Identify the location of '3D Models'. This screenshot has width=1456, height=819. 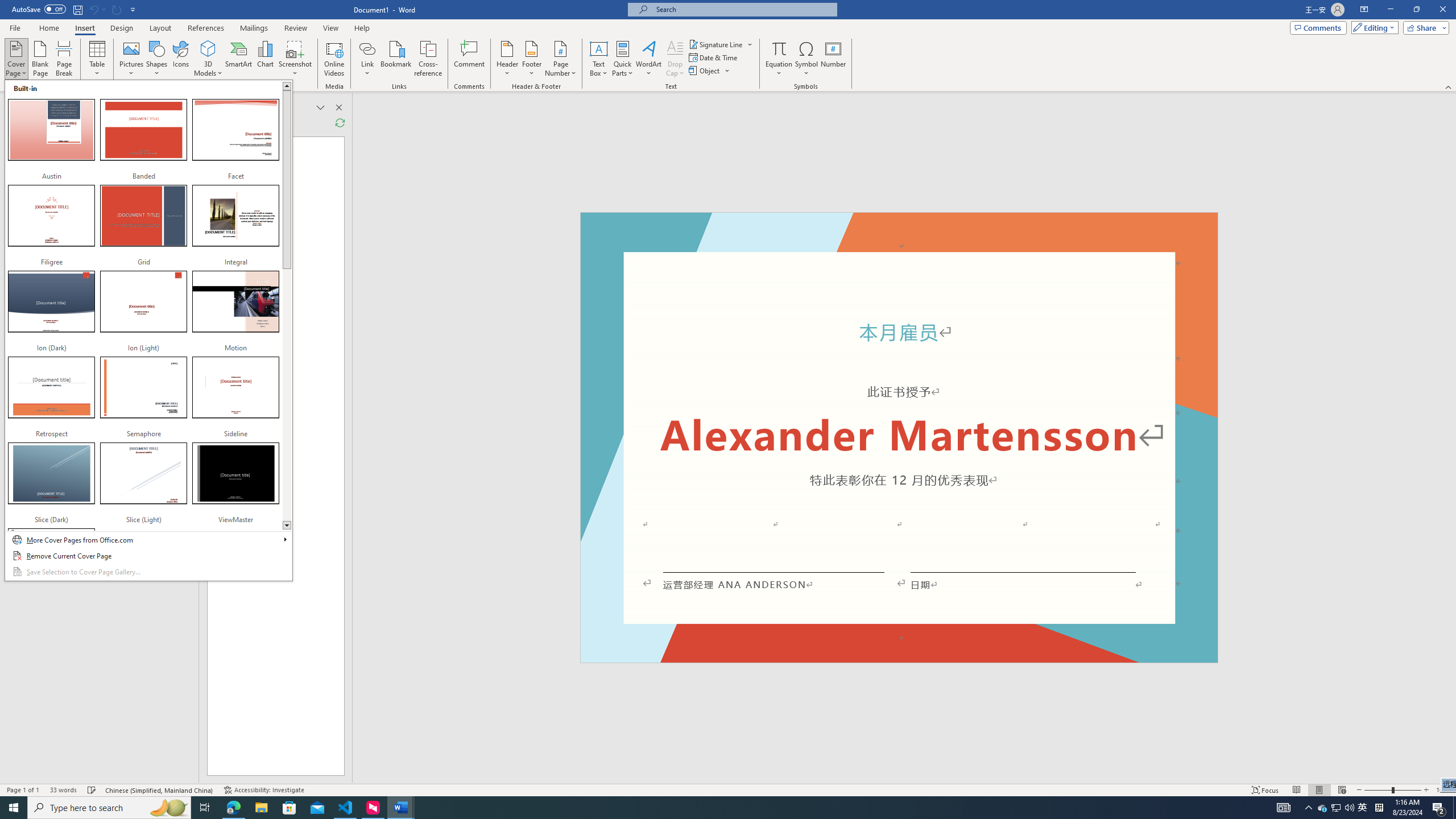
(208, 48).